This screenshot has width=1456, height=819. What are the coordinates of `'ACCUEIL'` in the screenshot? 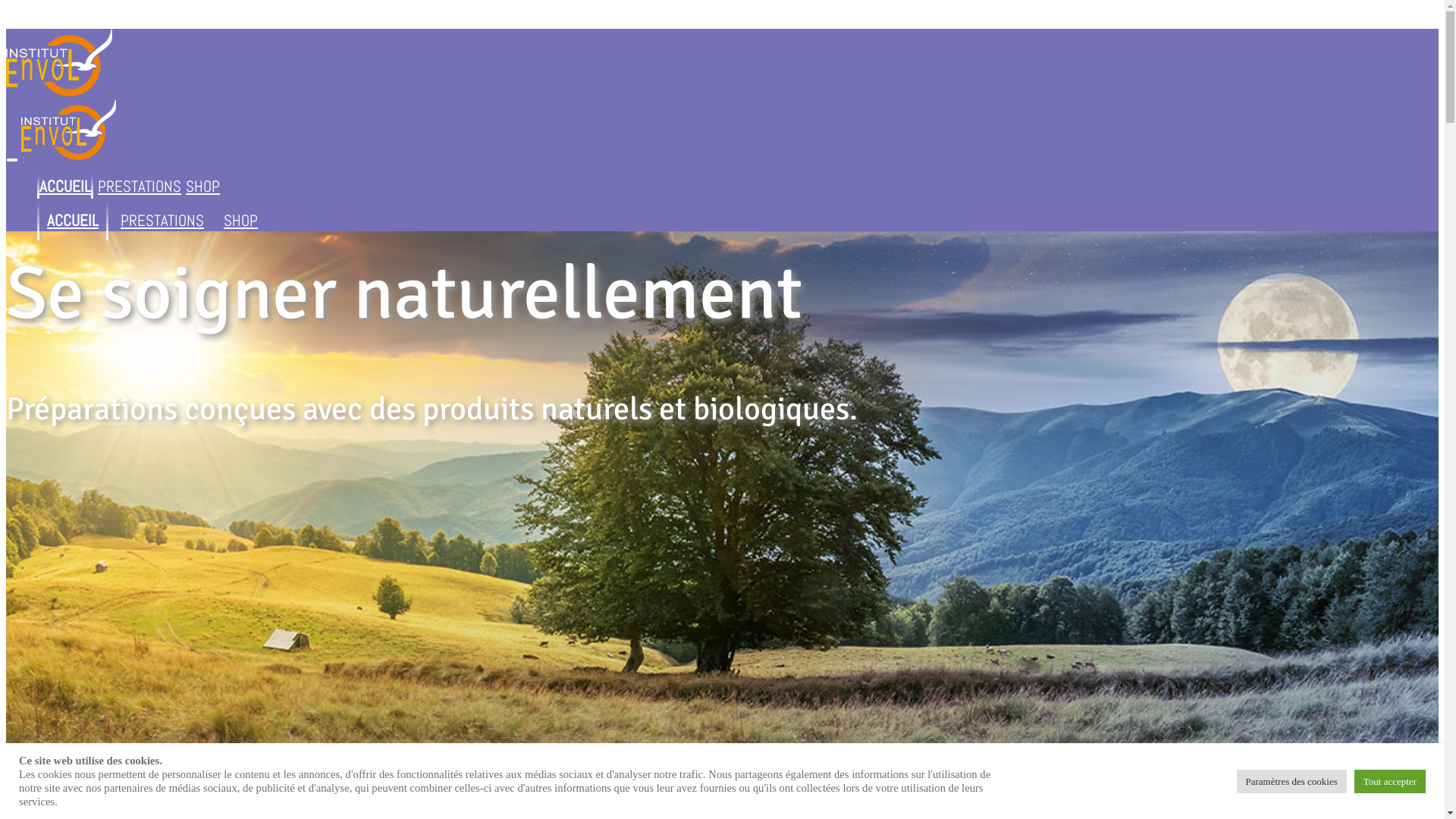 It's located at (36, 220).